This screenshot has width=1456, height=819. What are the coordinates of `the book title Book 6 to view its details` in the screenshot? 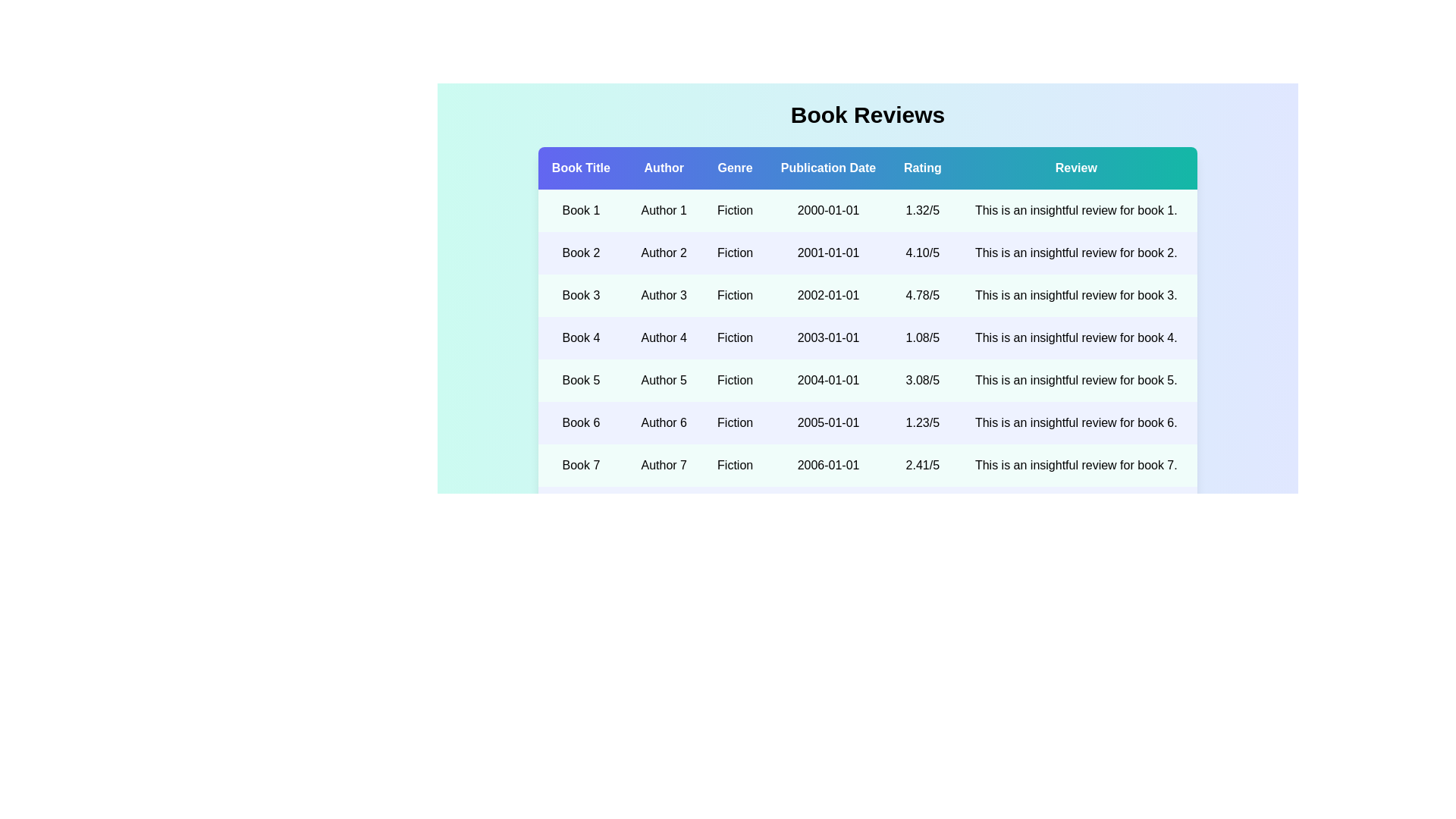 It's located at (580, 423).